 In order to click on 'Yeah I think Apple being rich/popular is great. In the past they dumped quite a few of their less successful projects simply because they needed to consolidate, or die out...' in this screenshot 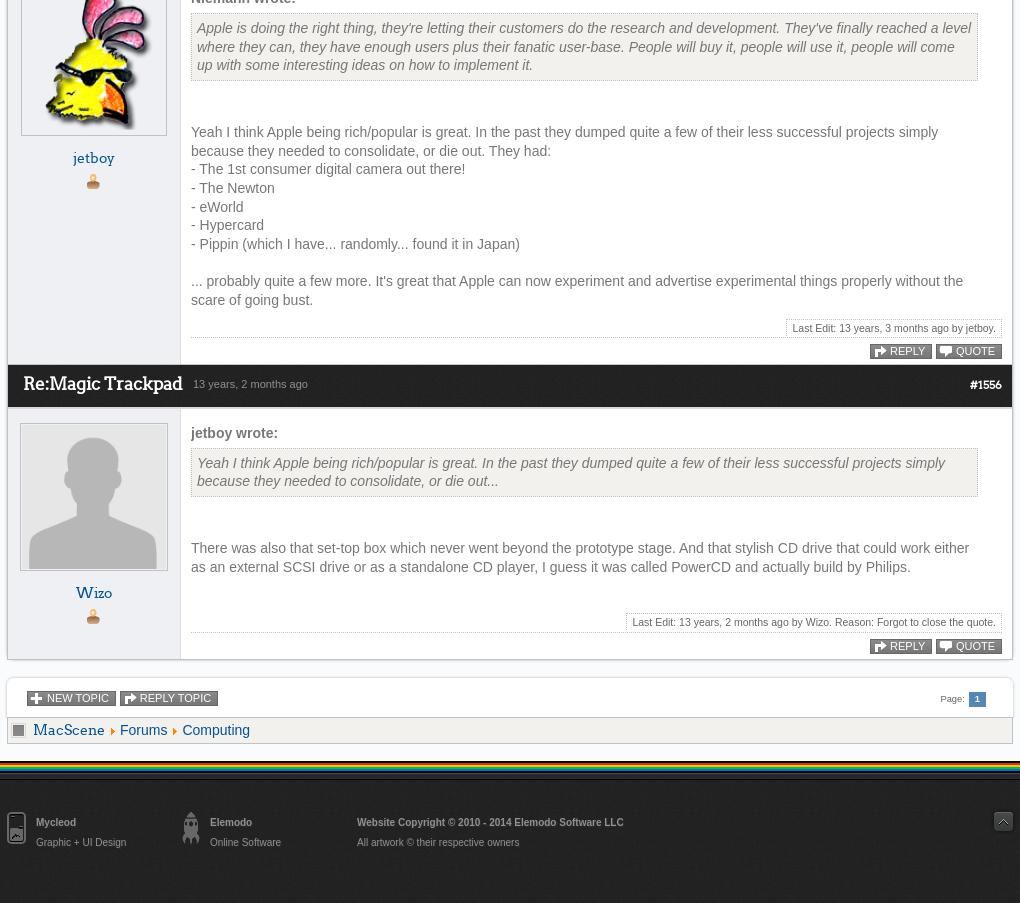, I will do `click(195, 471)`.